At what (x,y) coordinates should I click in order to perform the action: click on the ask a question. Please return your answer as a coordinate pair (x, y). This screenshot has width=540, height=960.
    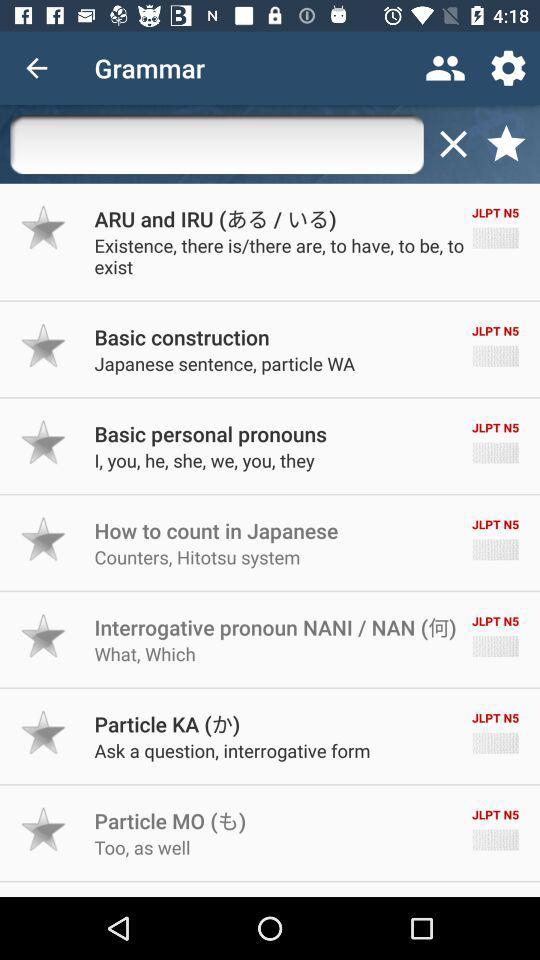
    Looking at the image, I should click on (231, 749).